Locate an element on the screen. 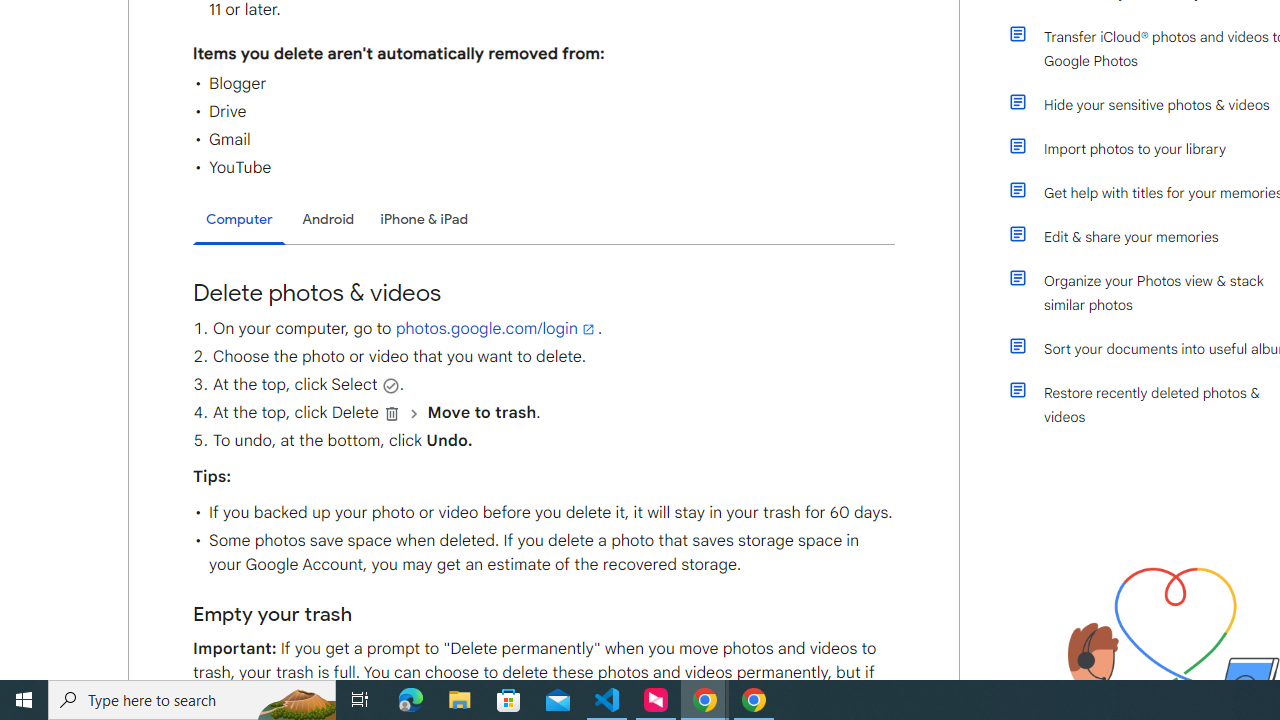 The height and width of the screenshot is (720, 1280). 'Android' is located at coordinates (328, 219).